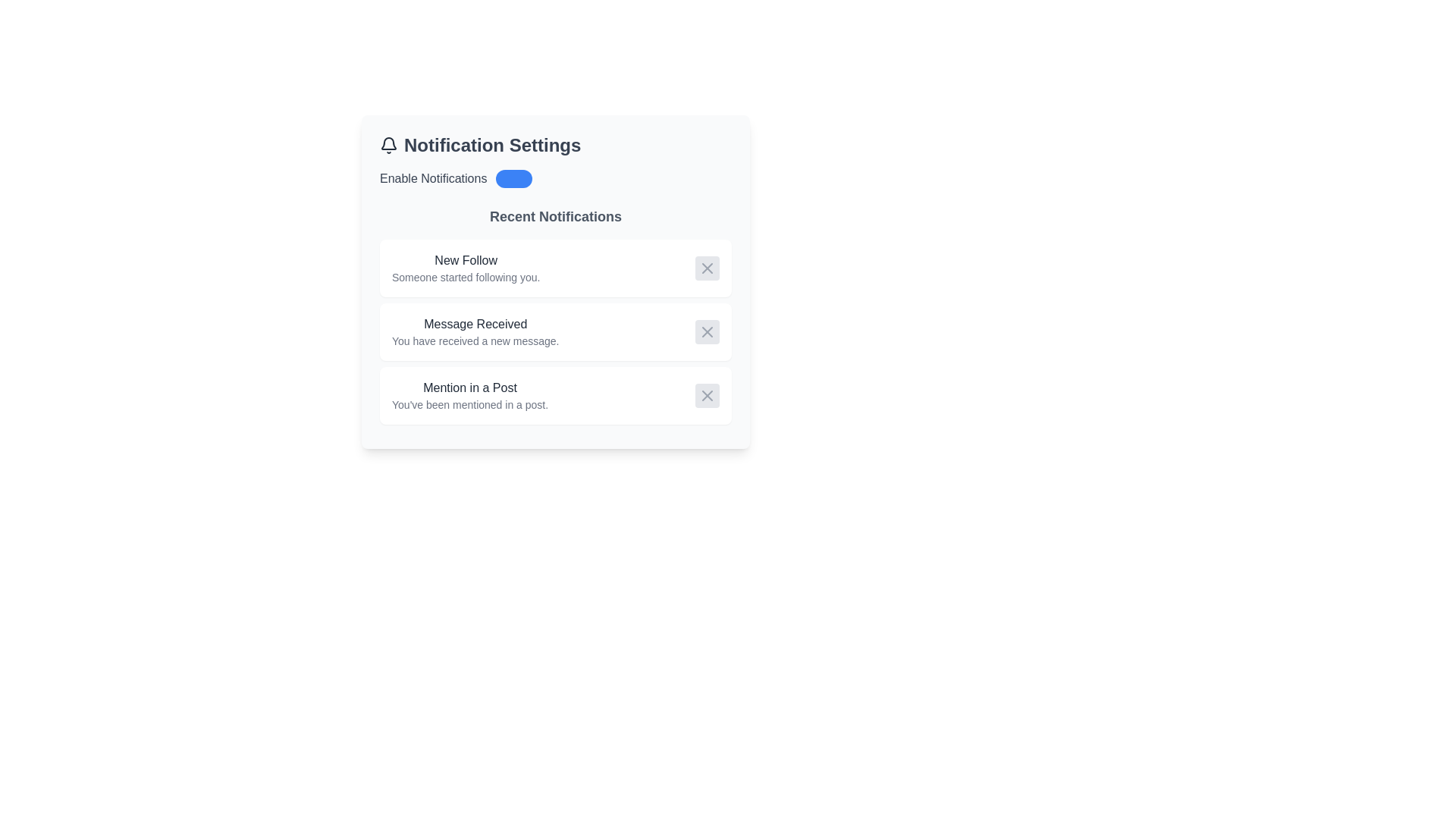 The image size is (1456, 819). What do you see at coordinates (706, 331) in the screenshot?
I see `the close icon located to the far right of the 'Message Received' notification` at bounding box center [706, 331].